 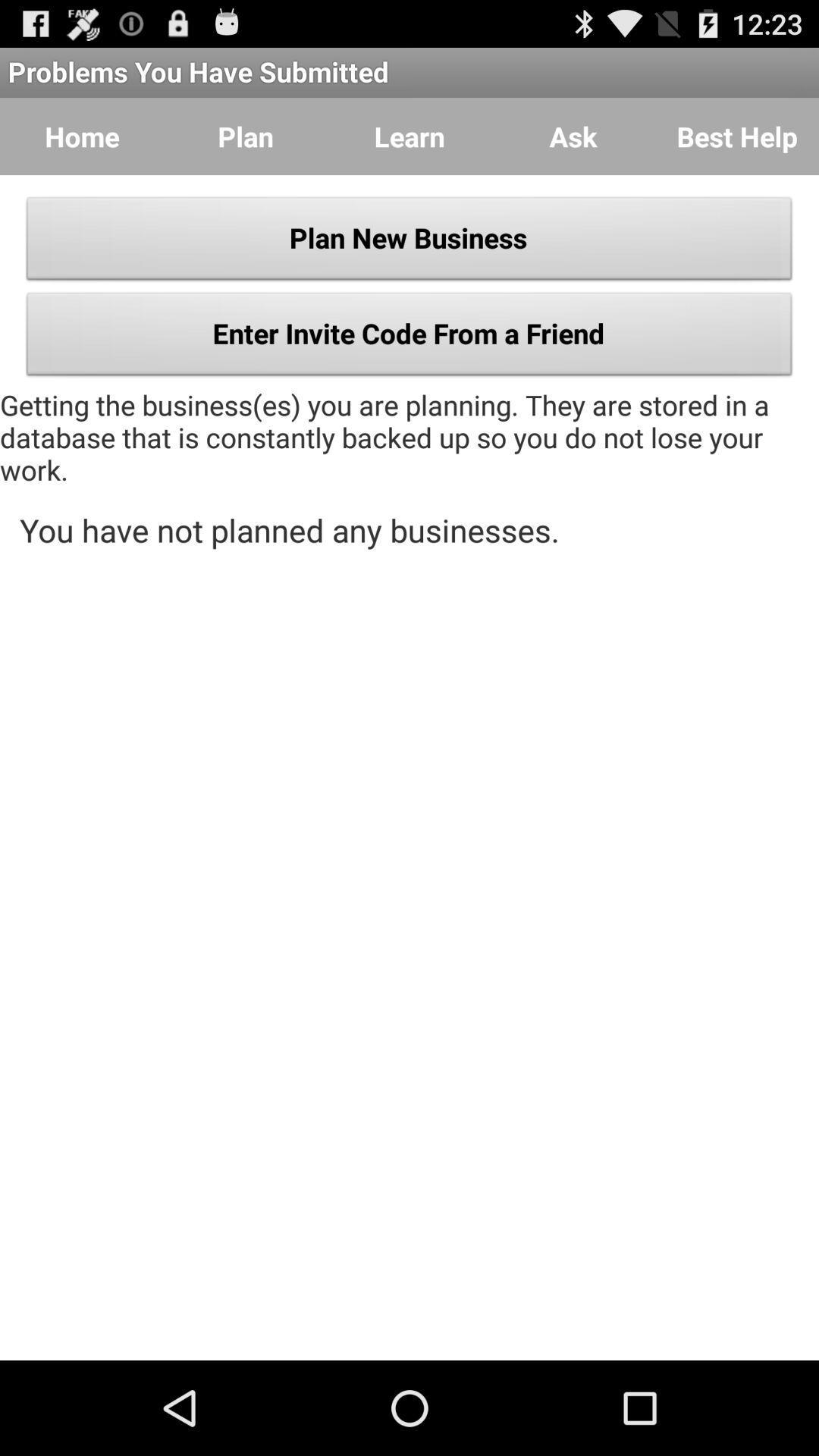 What do you see at coordinates (736, 136) in the screenshot?
I see `the item next to the ask` at bounding box center [736, 136].